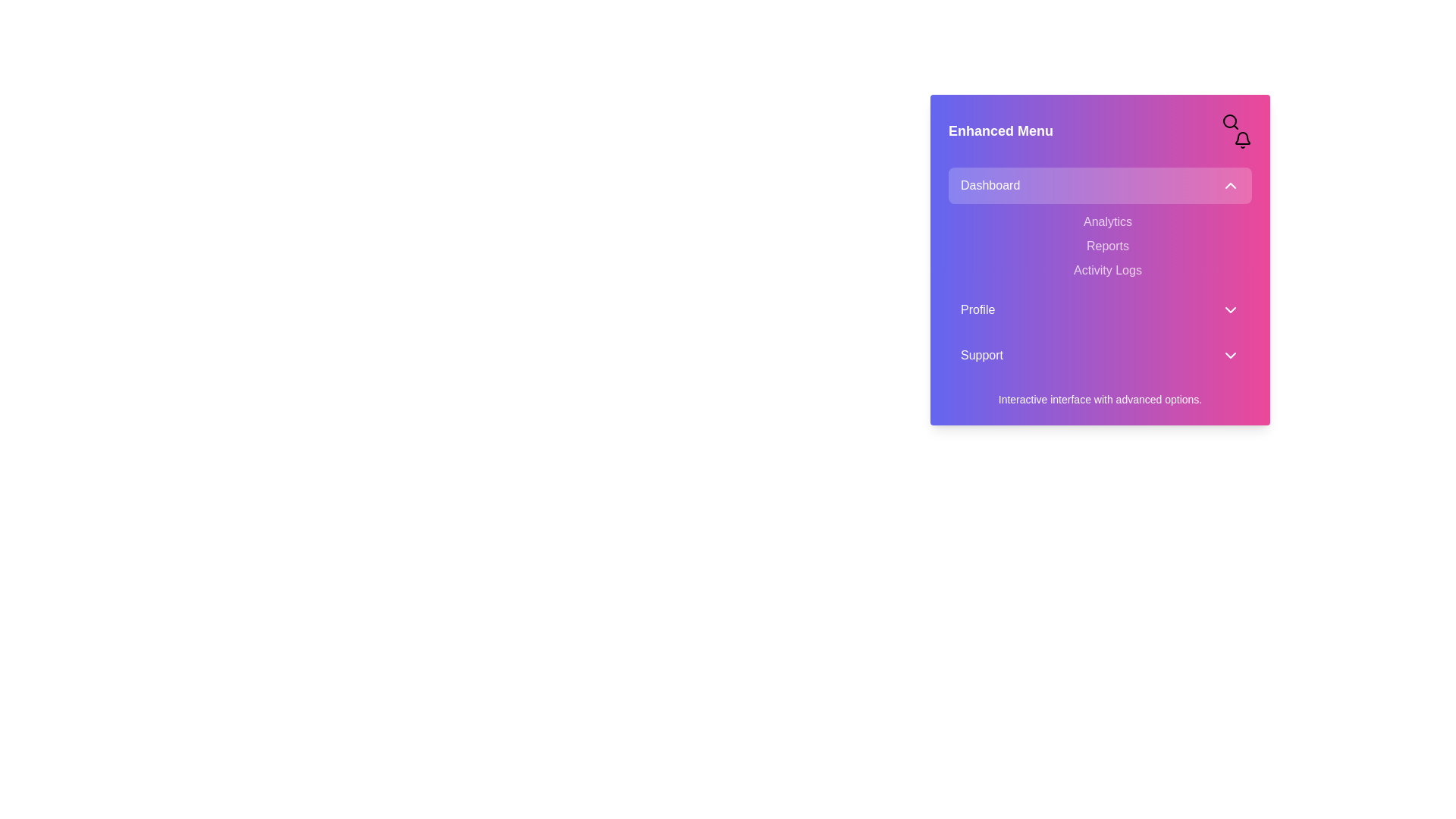  Describe the element at coordinates (1107, 222) in the screenshot. I see `the 'Analytics' menu option located below the 'Dashboard' header, which is the topmost item in the menu group of three options` at that location.